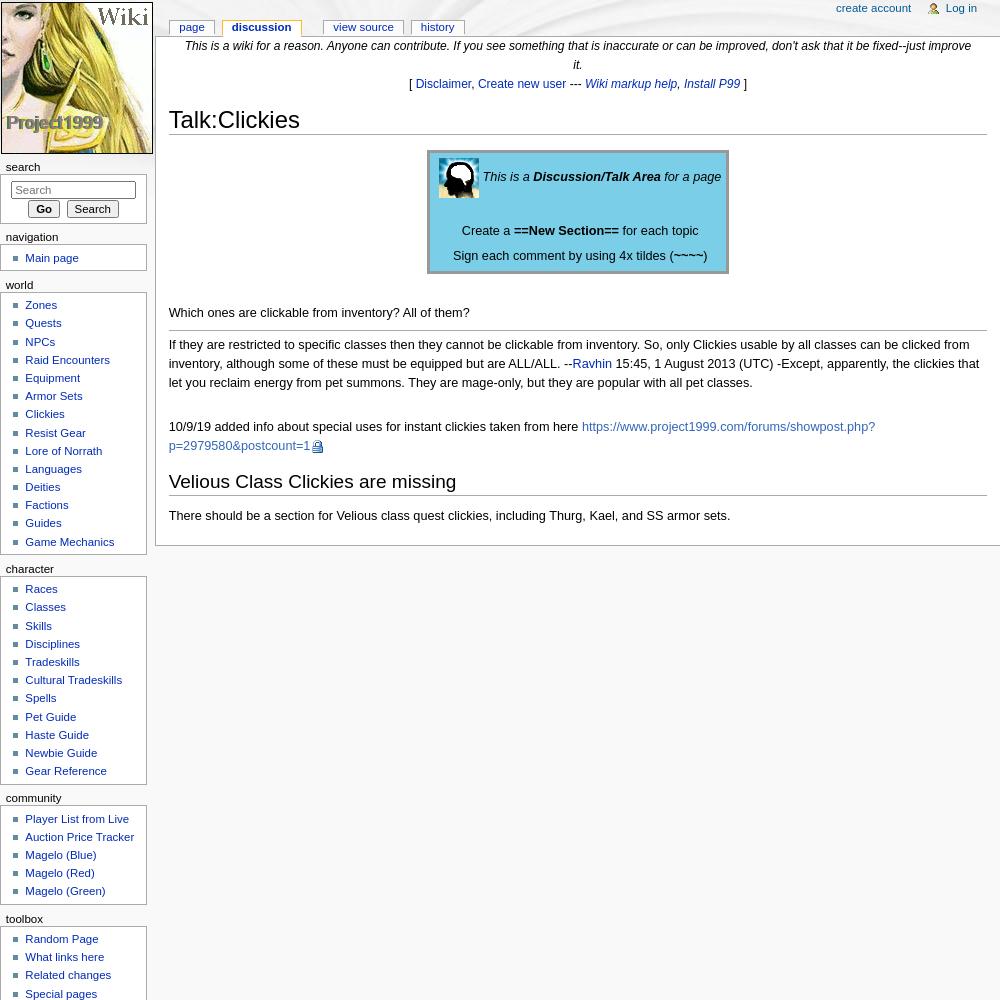  I want to click on 'Factions', so click(46, 505).